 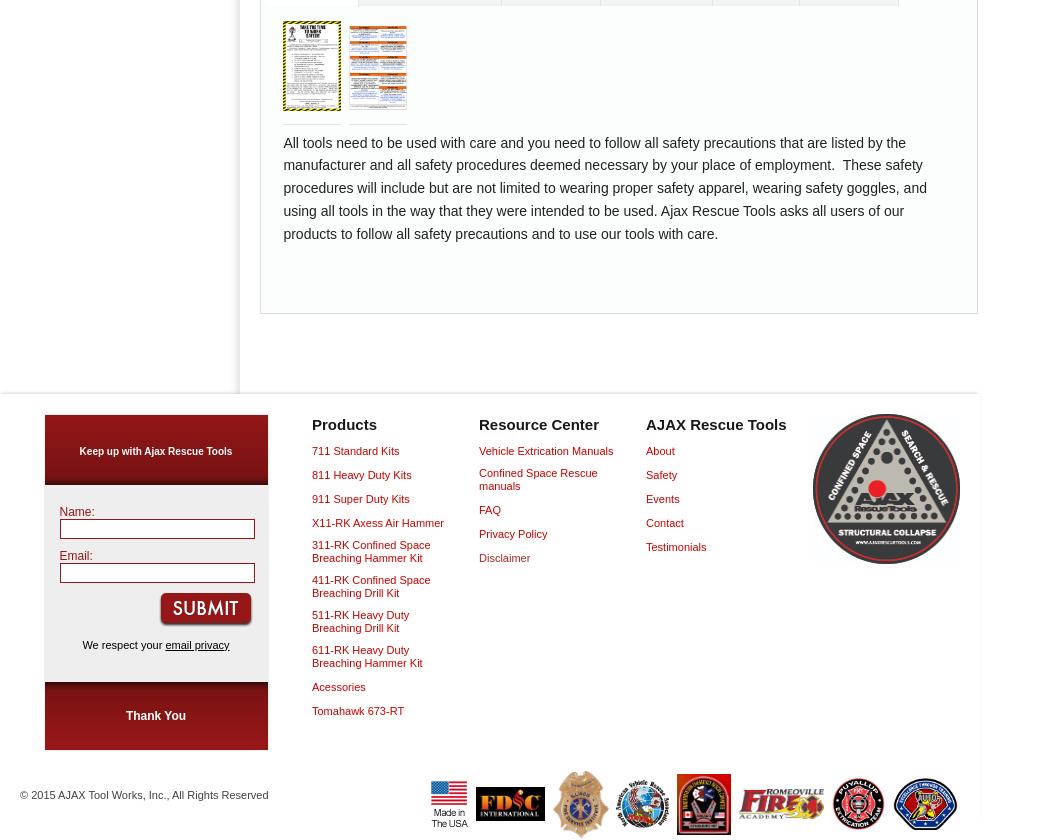 What do you see at coordinates (344, 423) in the screenshot?
I see `'Products'` at bounding box center [344, 423].